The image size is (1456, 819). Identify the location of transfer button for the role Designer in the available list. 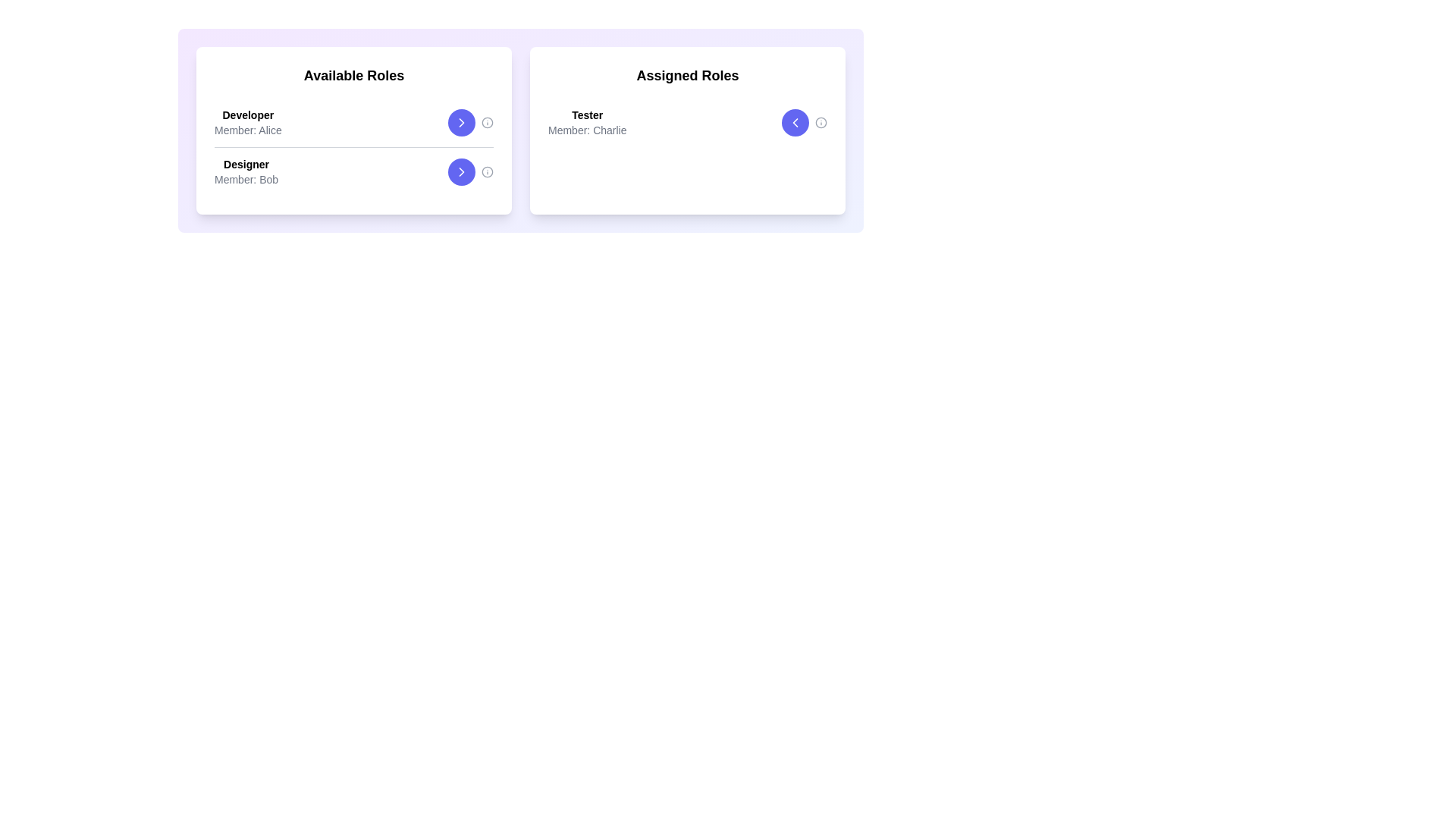
(461, 171).